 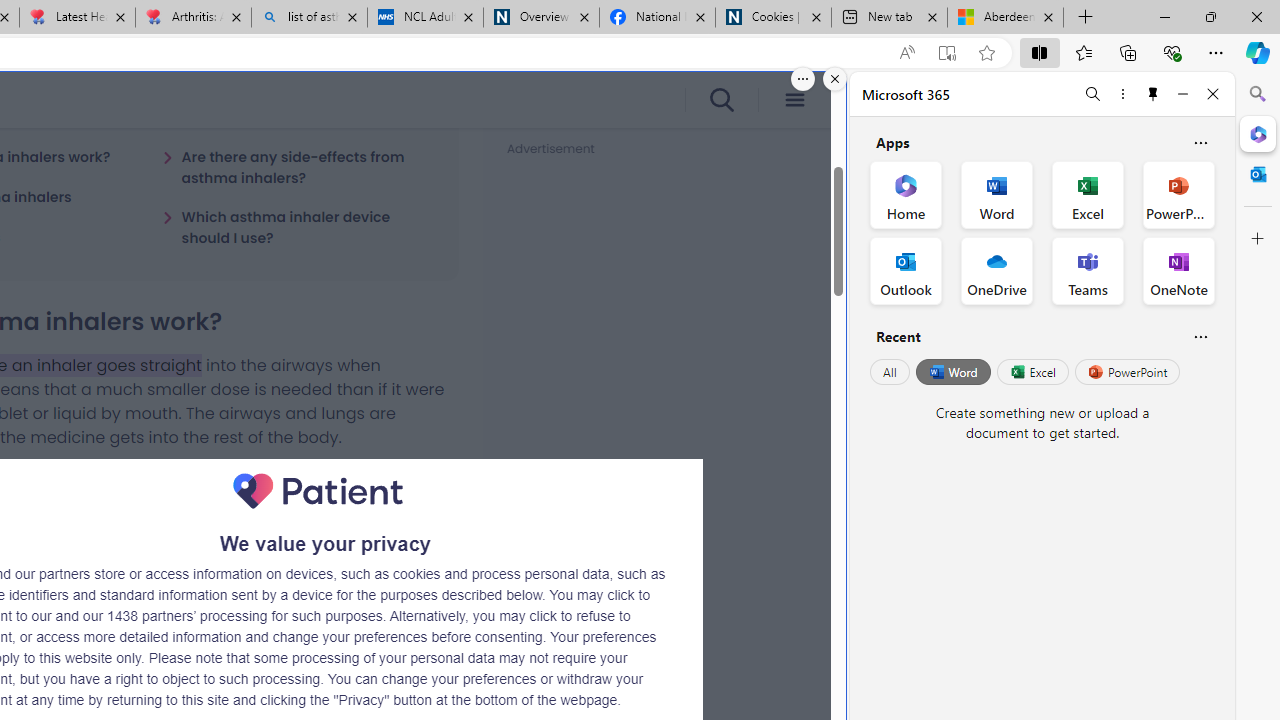 I want to click on 'NCL Adult Asthma Inhaler Choice Guideline', so click(x=423, y=17).